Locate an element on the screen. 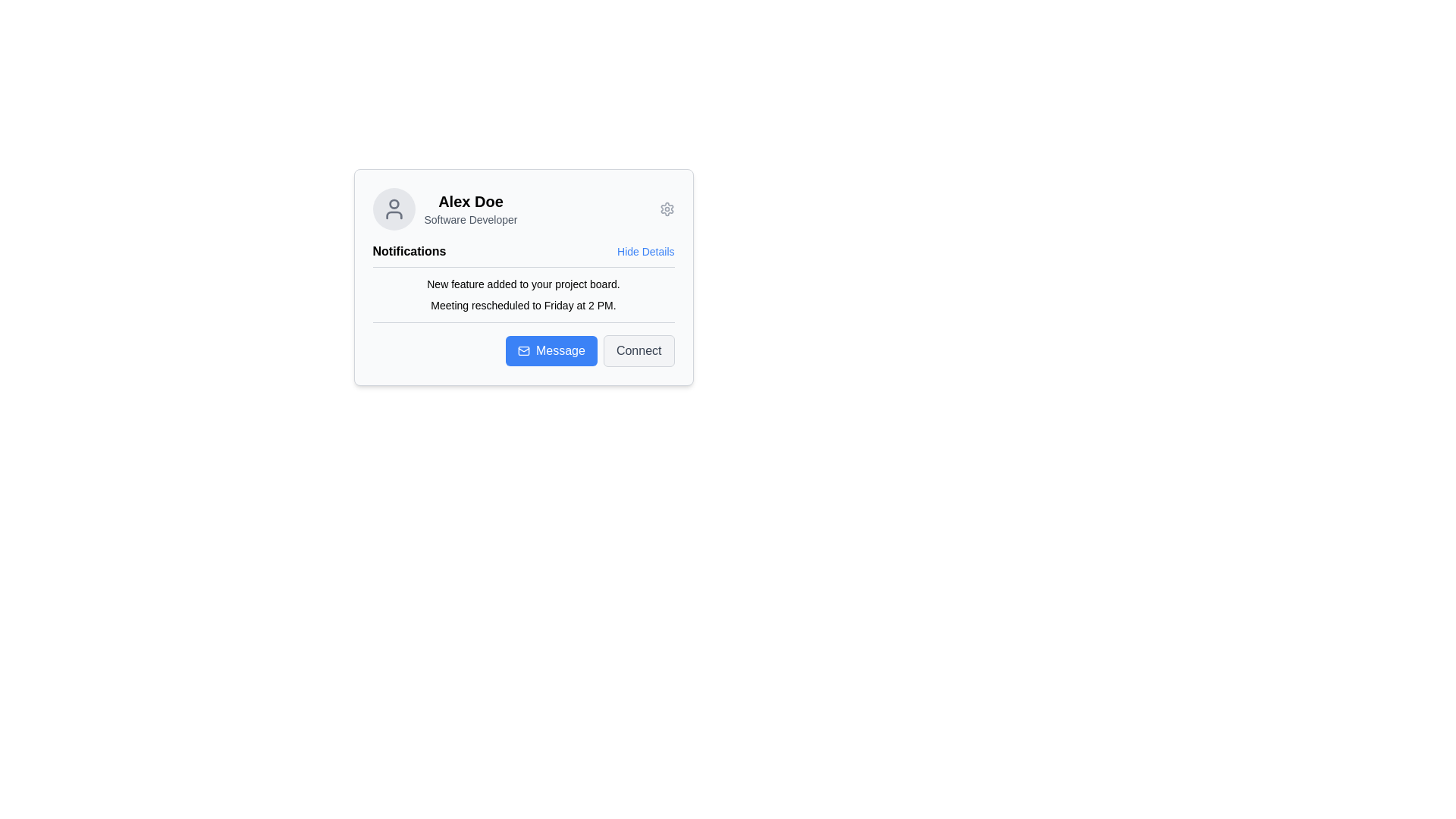  the gear-shaped icon in the top-right corner of the user card interface is located at coordinates (667, 209).